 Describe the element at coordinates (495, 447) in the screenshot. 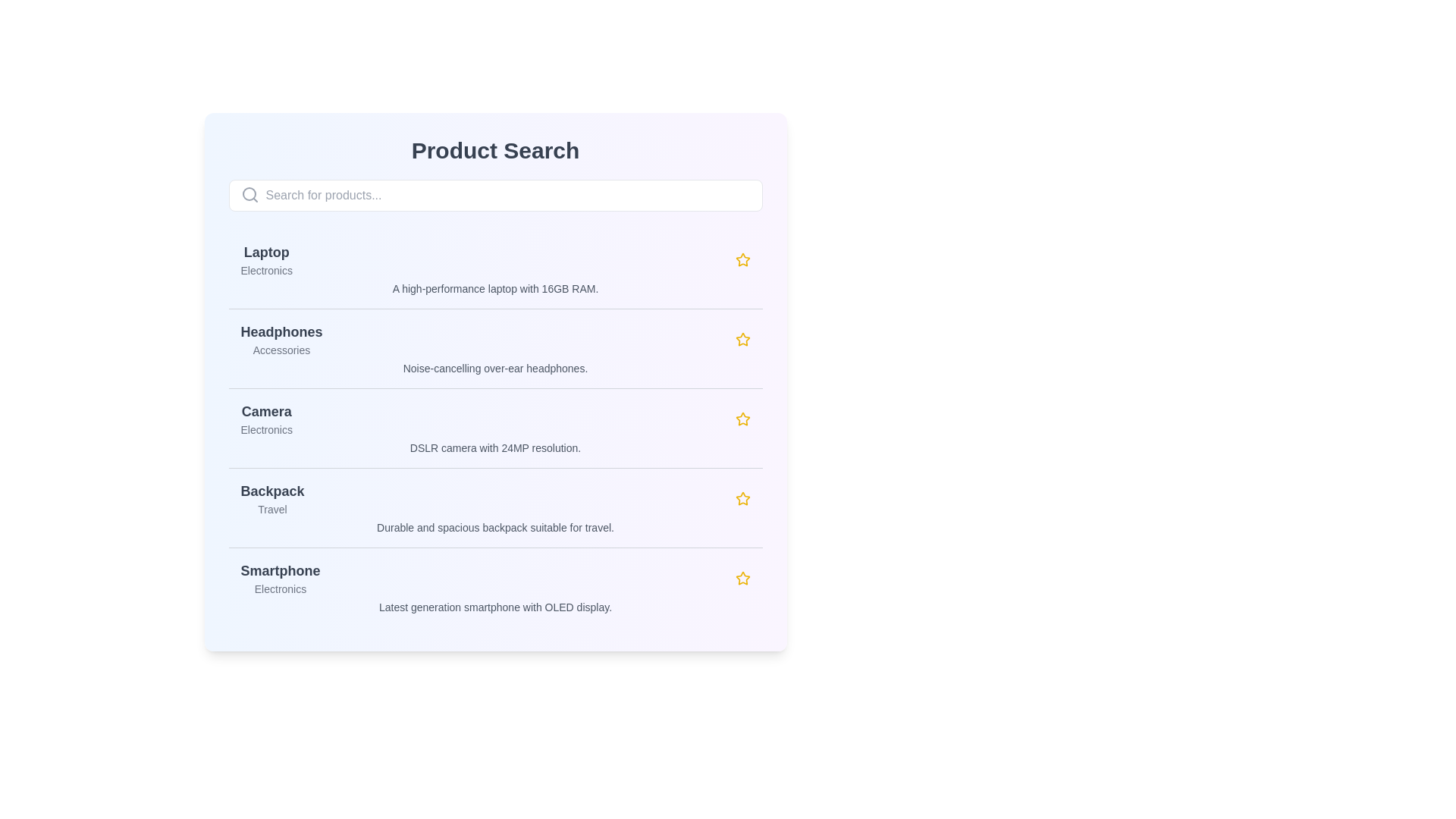

I see `the descriptive text block located under the 'Camera' title in the 'Electronics' category of the vertical list` at that location.